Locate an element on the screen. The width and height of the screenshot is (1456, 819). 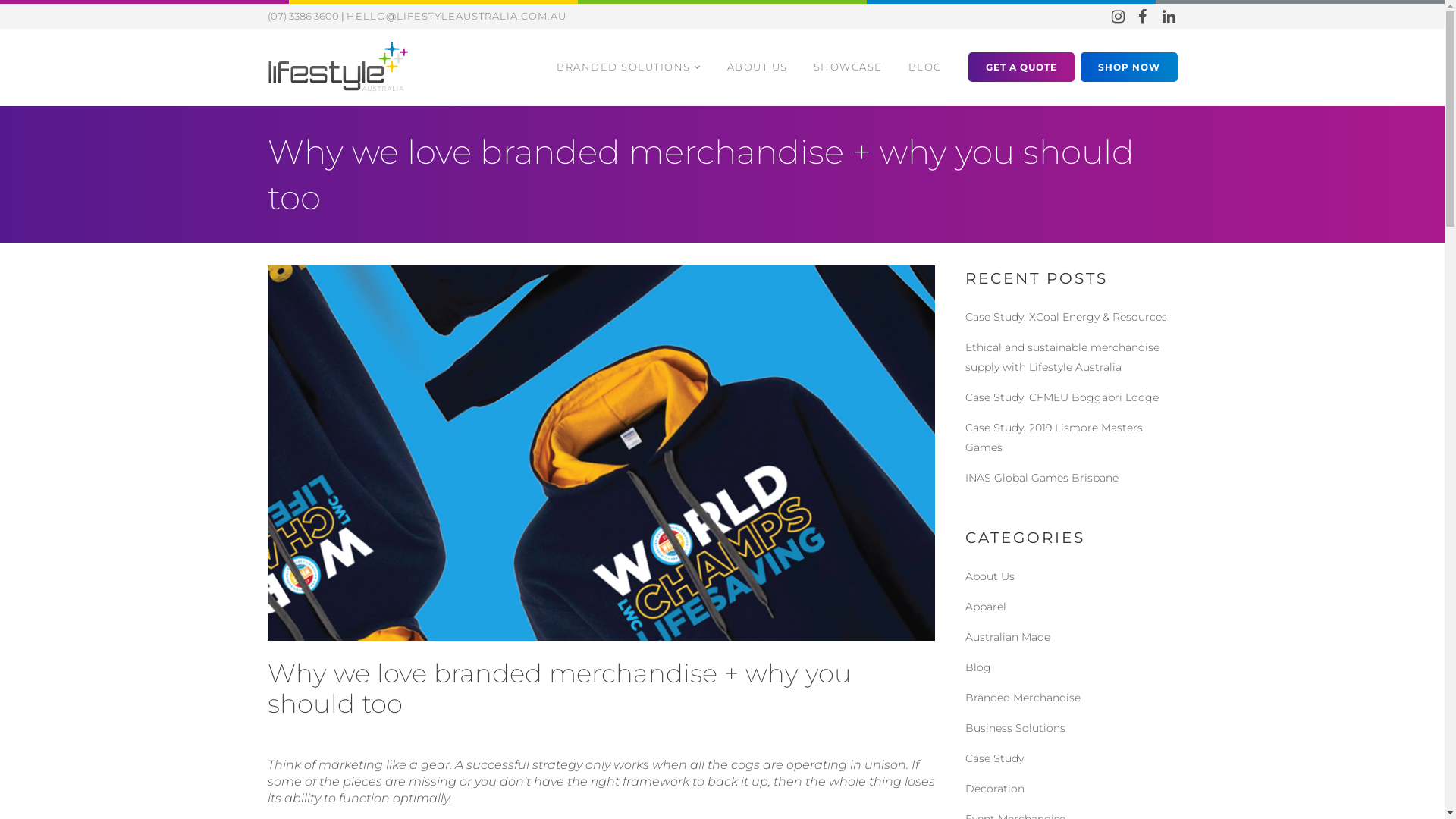
'Apparel' is located at coordinates (985, 605).